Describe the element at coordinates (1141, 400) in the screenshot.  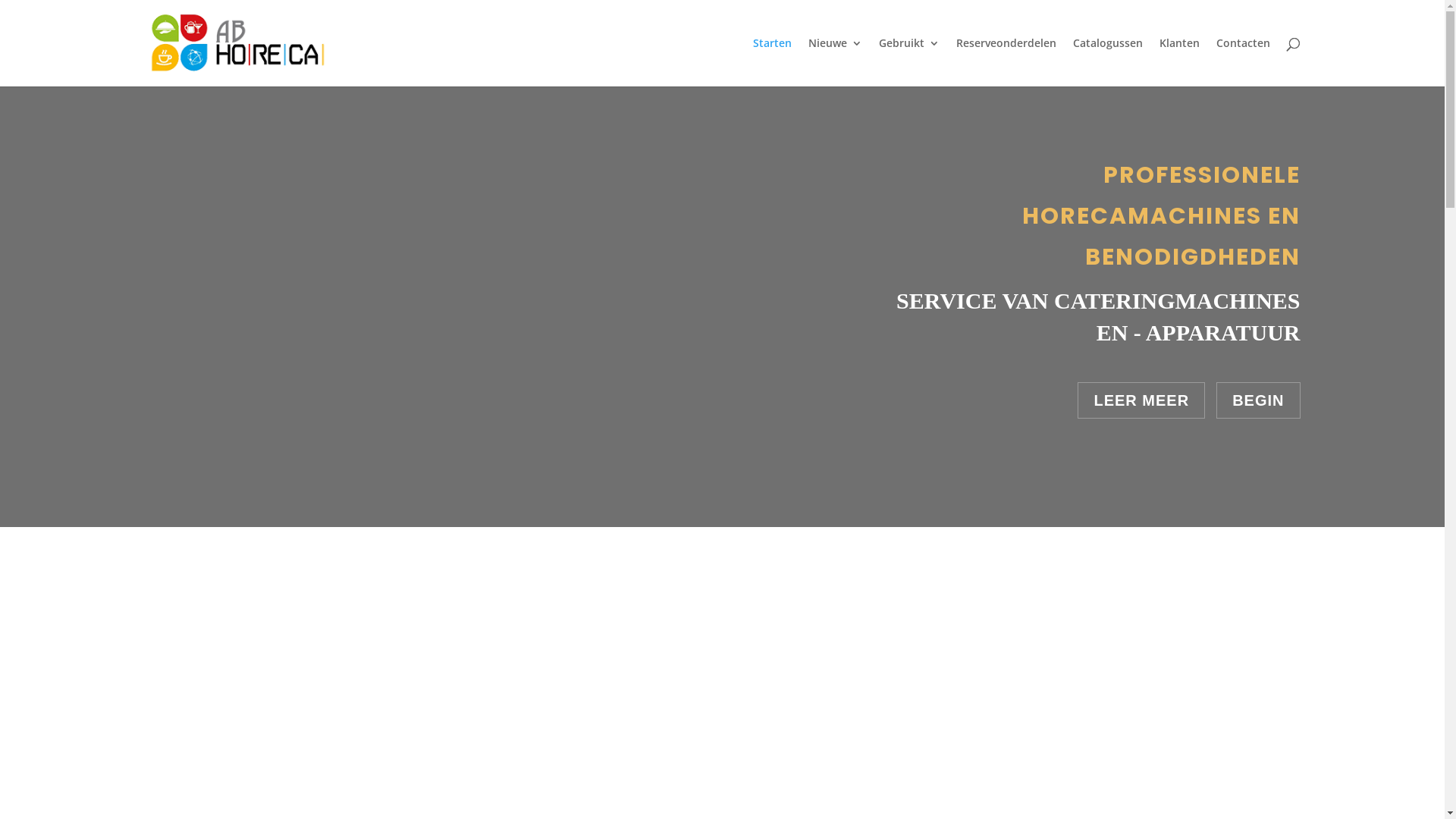
I see `'LEER MEER'` at that location.